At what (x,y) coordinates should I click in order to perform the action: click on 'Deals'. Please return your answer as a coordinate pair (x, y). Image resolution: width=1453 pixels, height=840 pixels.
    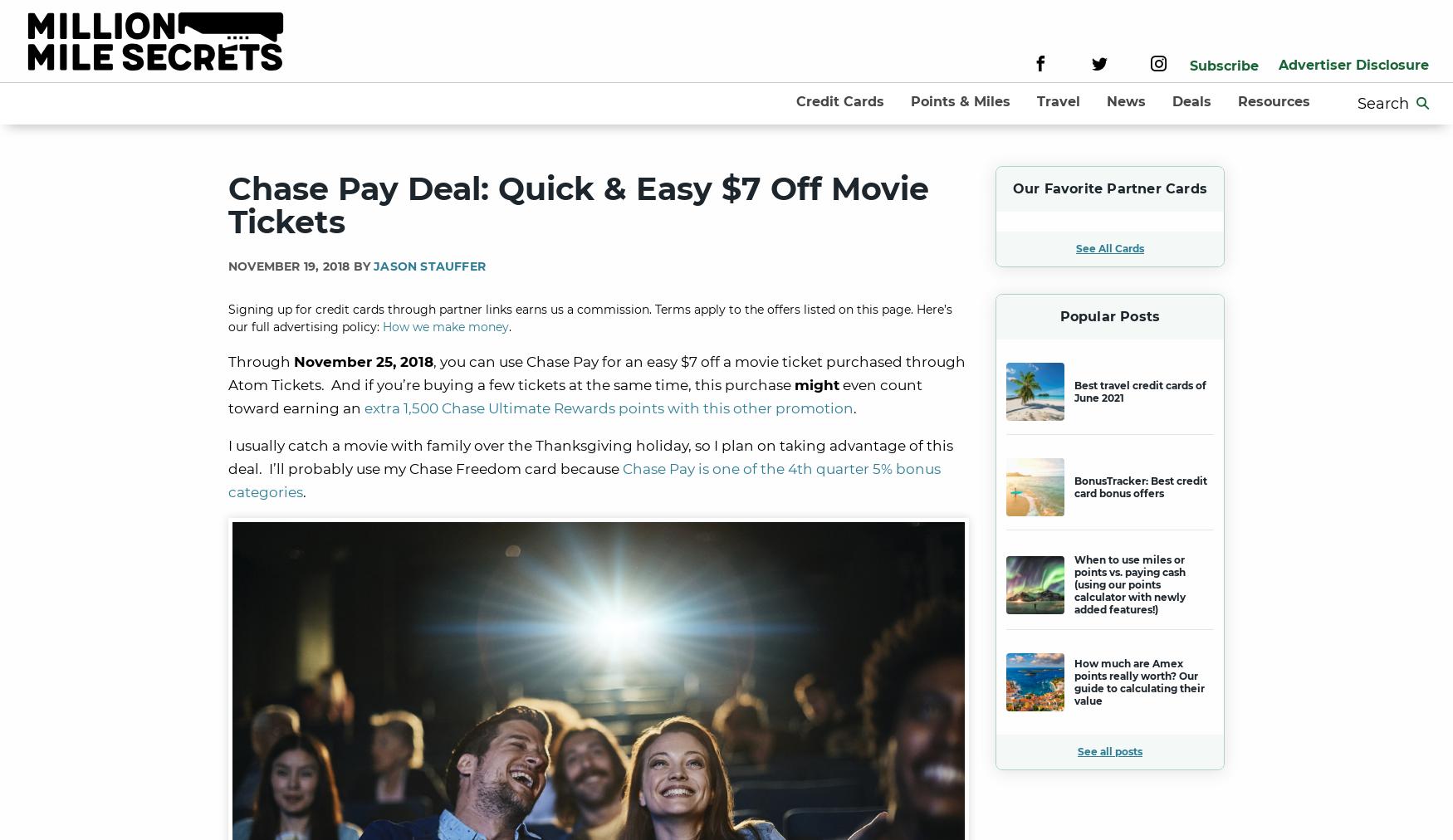
    Looking at the image, I should click on (1191, 100).